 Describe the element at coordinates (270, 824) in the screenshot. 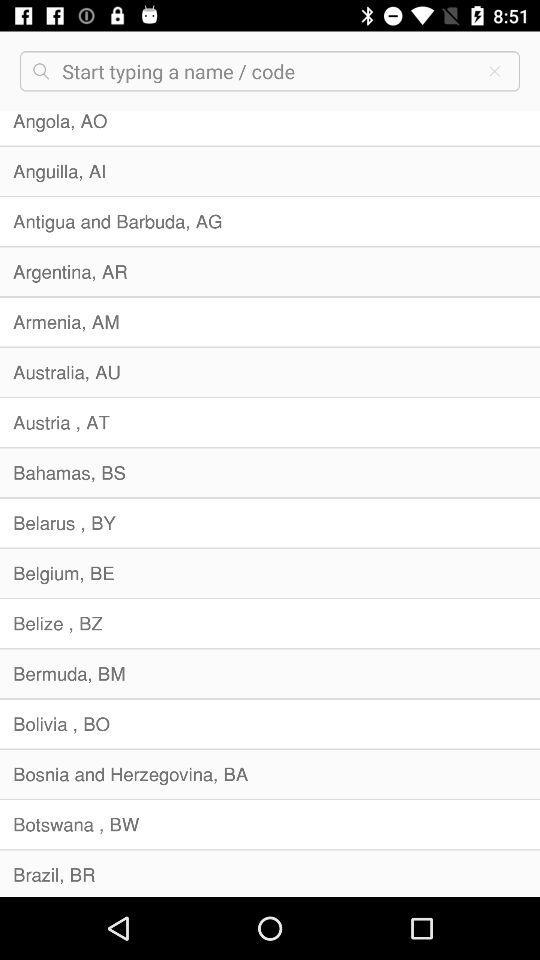

I see `item above the brazil, br icon` at that location.